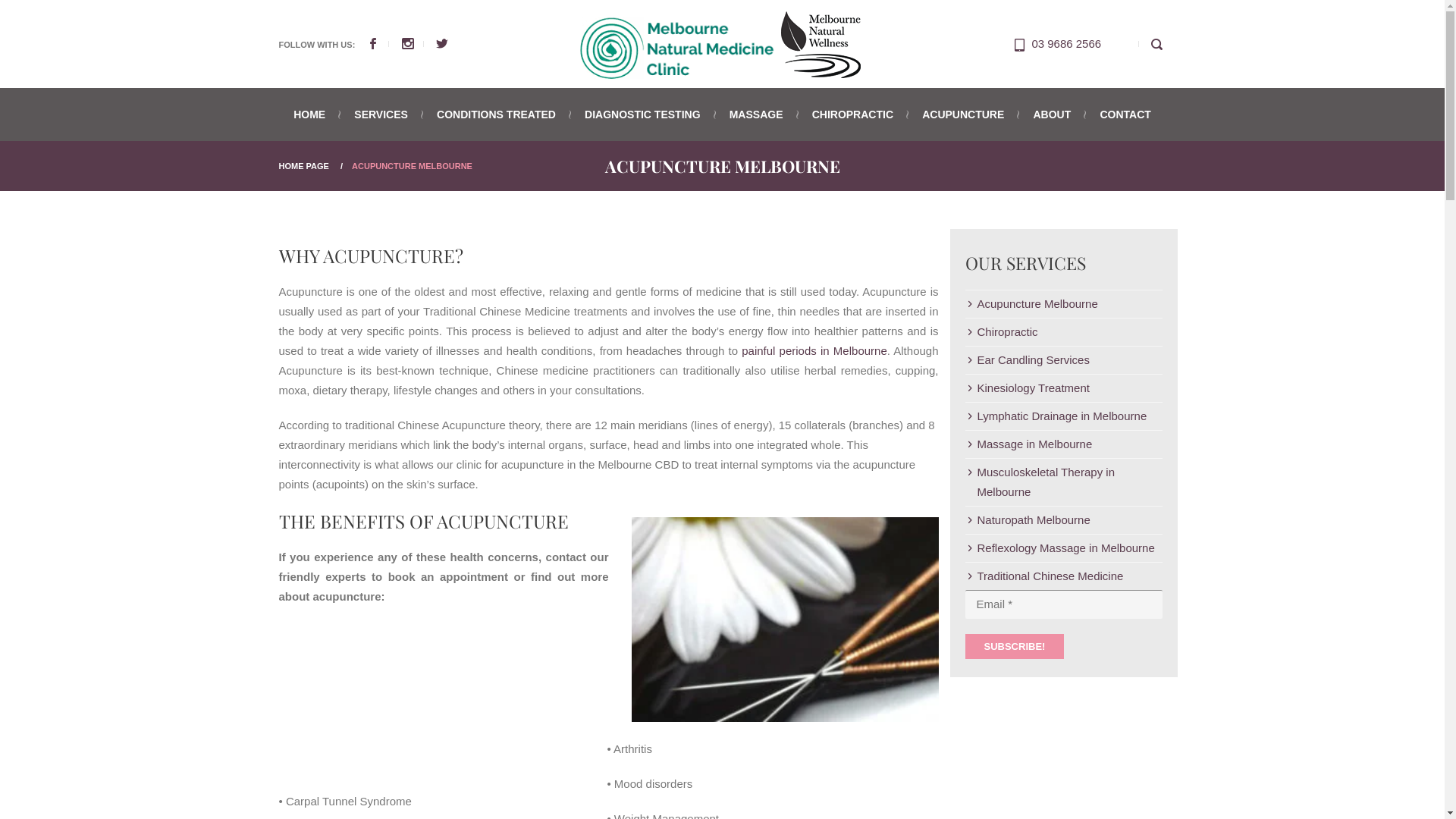 This screenshot has height=819, width=1456. What do you see at coordinates (1065, 42) in the screenshot?
I see `'03 9686 2566'` at bounding box center [1065, 42].